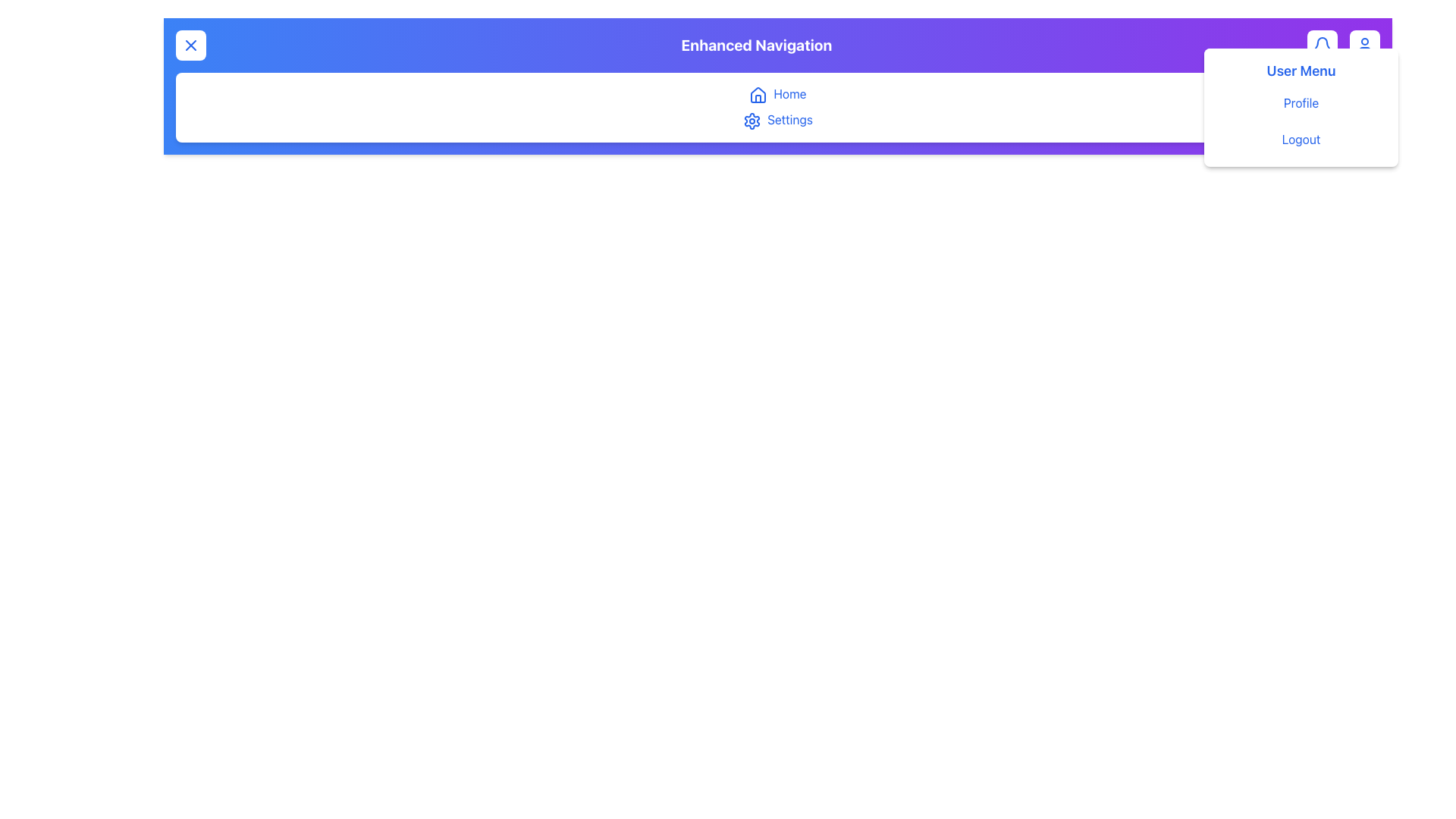 This screenshot has height=819, width=1456. I want to click on the house-shaped outline icon in the navigation bar, so click(758, 95).